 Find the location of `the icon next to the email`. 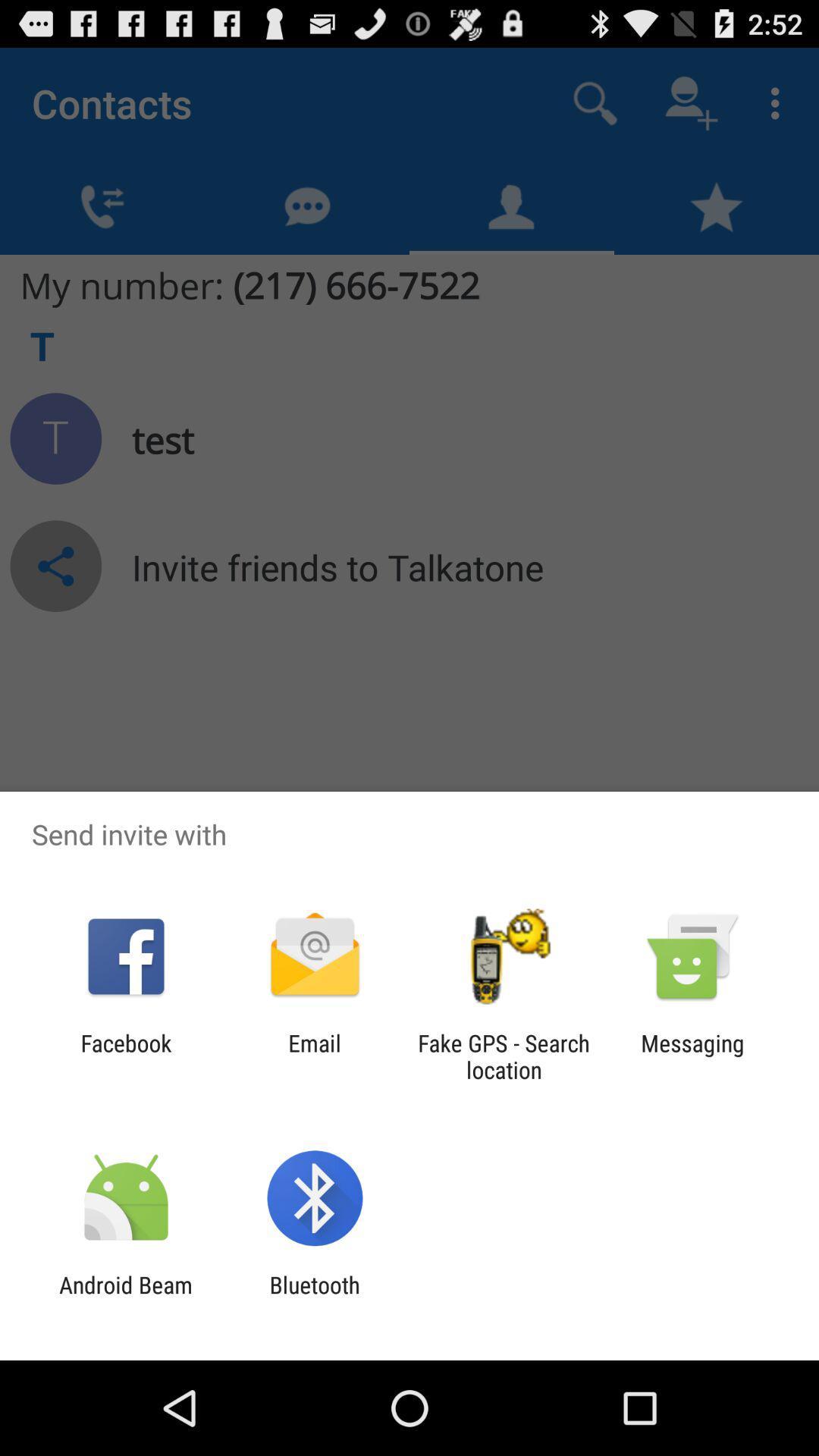

the icon next to the email is located at coordinates (504, 1056).